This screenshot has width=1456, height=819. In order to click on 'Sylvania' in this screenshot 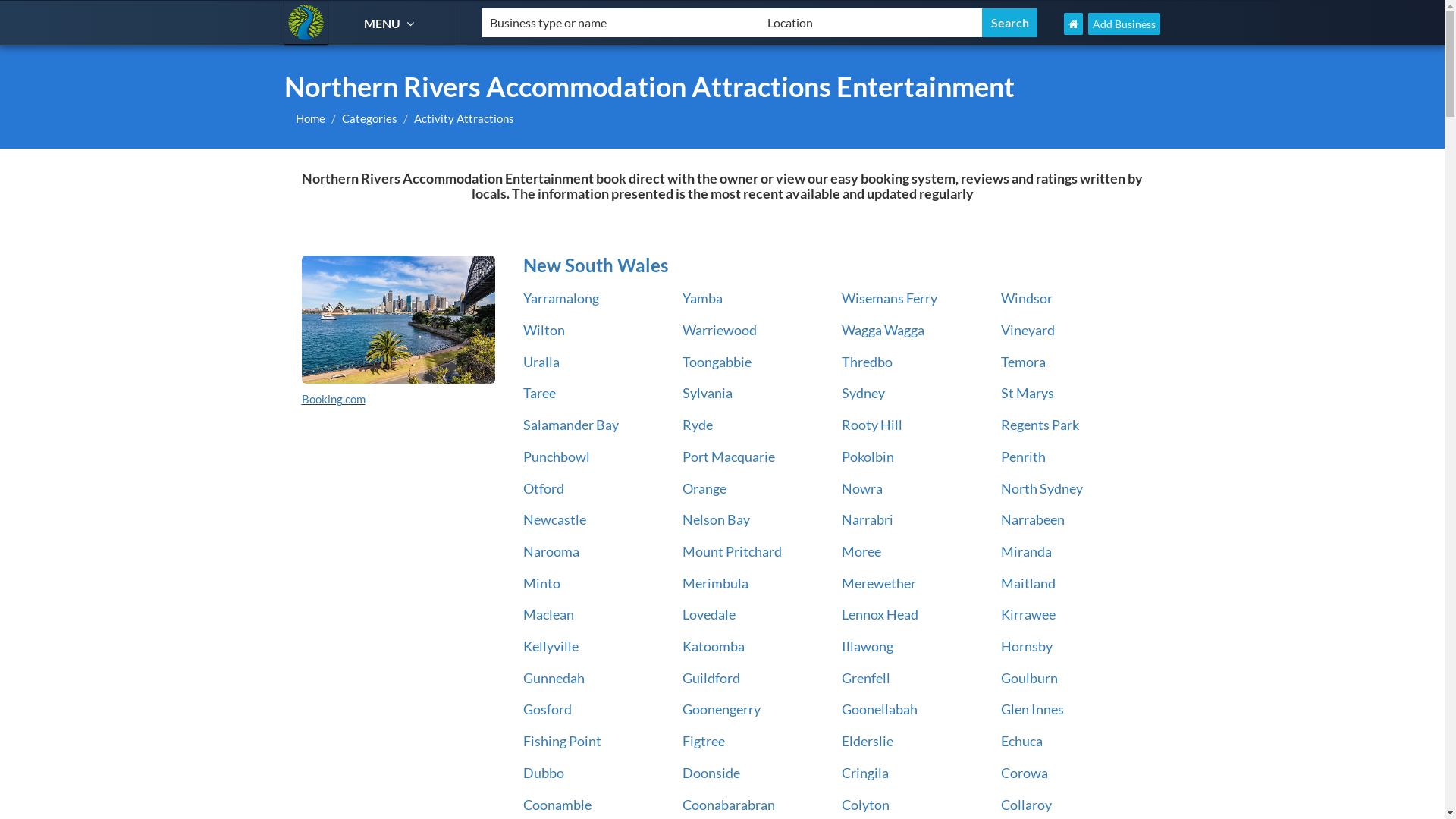, I will do `click(706, 391)`.